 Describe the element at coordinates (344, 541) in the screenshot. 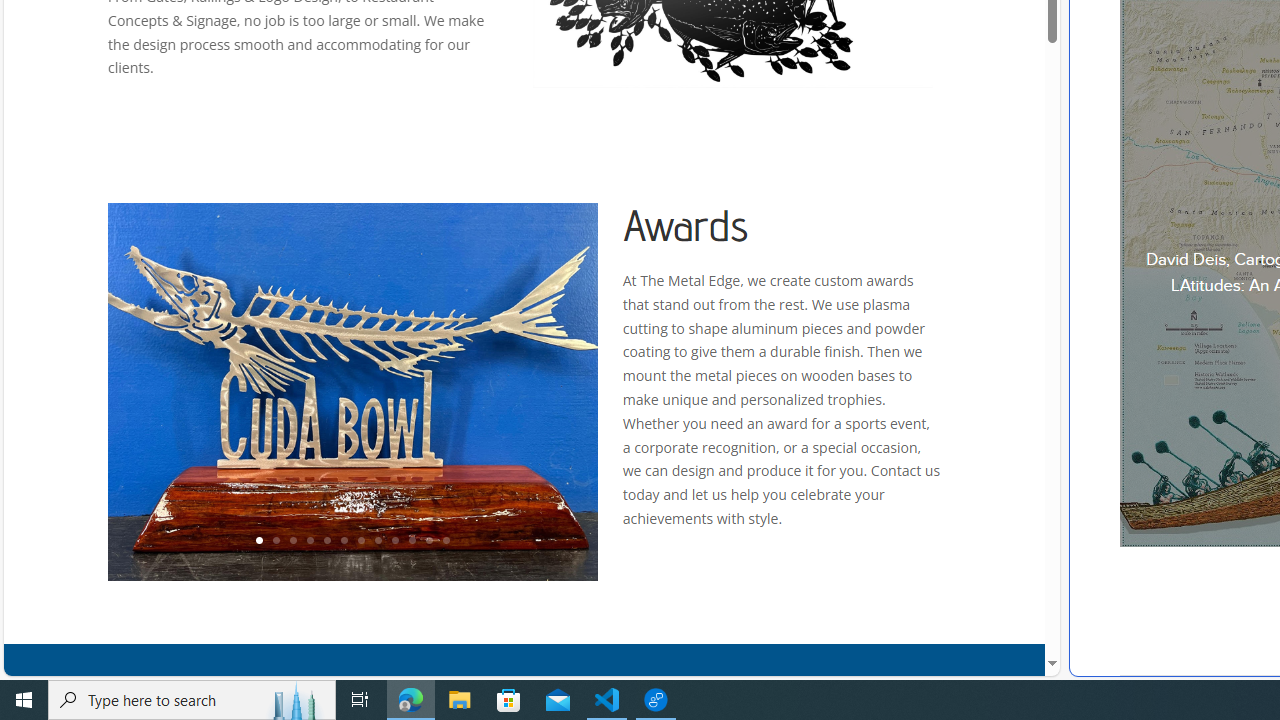

I see `'6'` at that location.